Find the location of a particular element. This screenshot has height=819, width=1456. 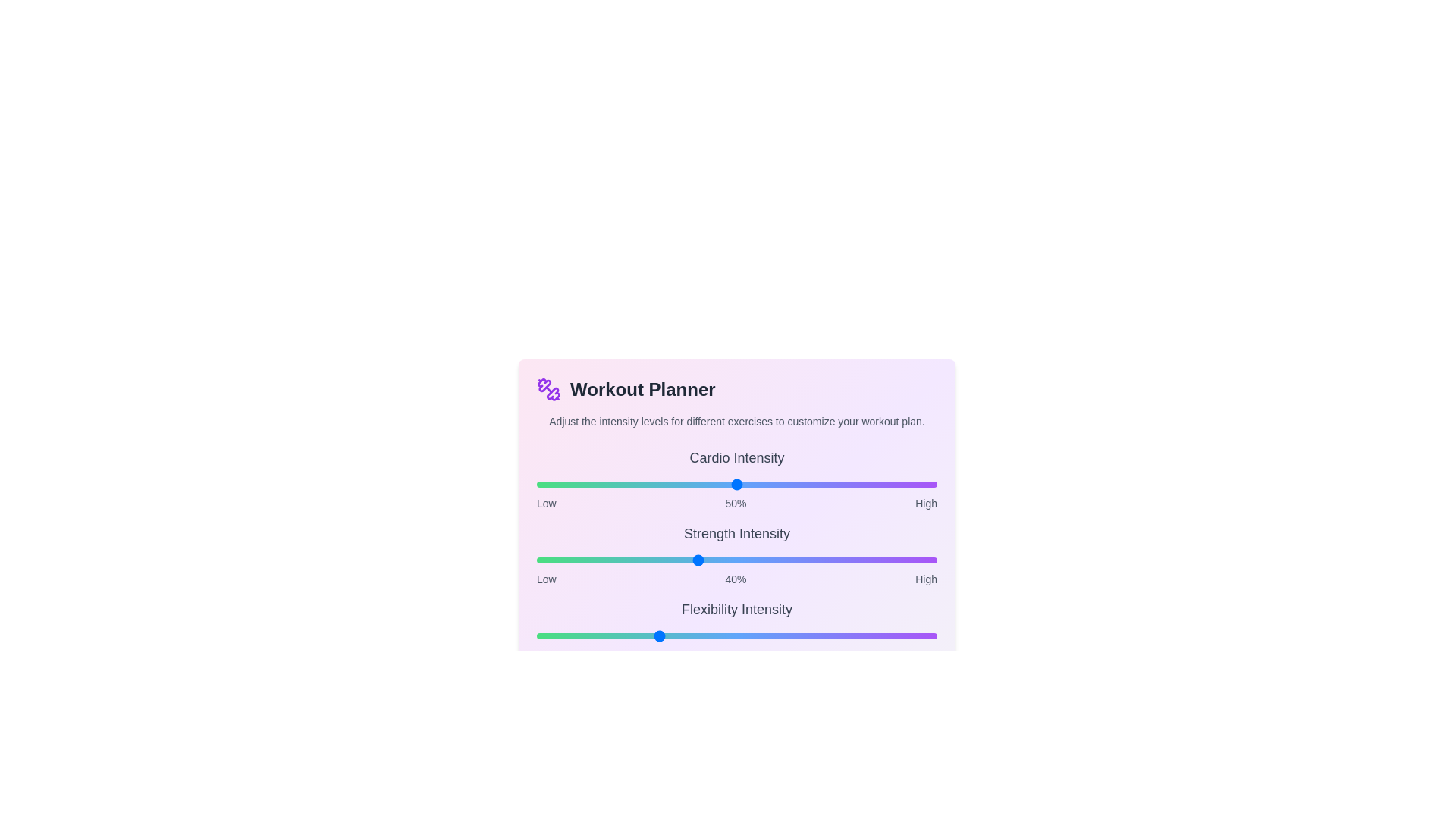

the intensity of the 2 slider to 65% is located at coordinates (796, 636).